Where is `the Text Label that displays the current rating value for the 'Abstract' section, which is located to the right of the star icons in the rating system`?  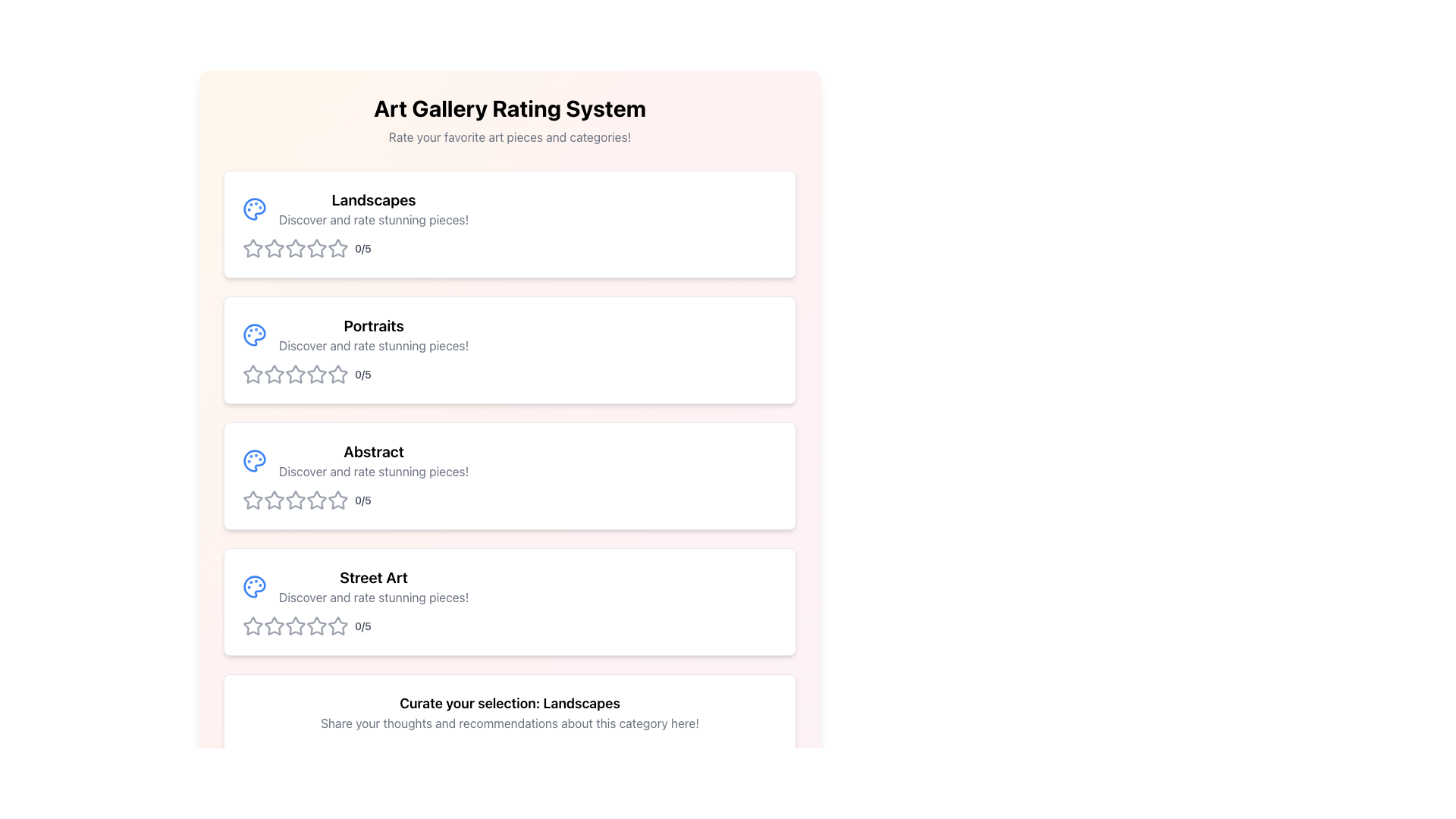
the Text Label that displays the current rating value for the 'Abstract' section, which is located to the right of the star icons in the rating system is located at coordinates (362, 500).